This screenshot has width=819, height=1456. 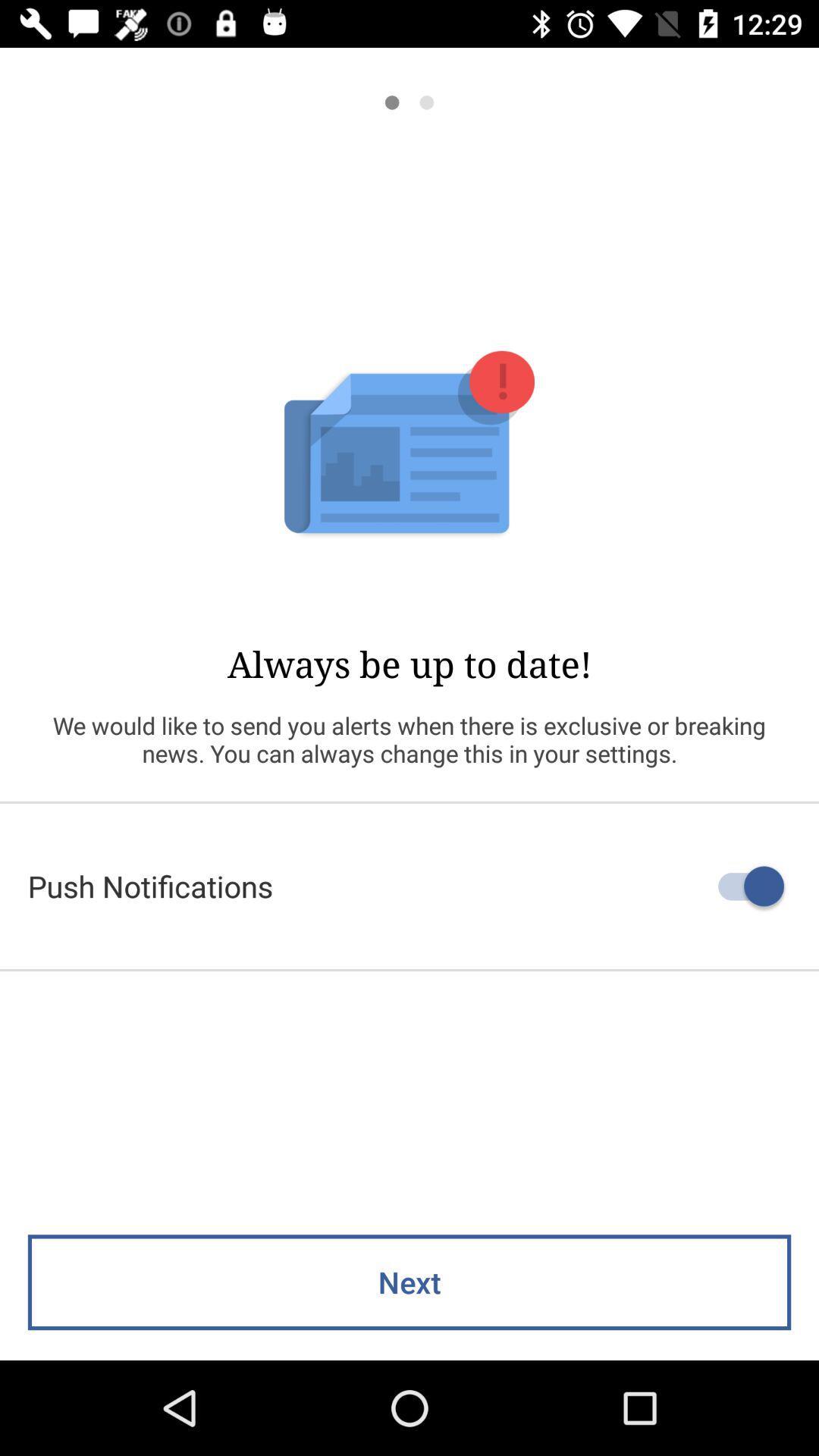 What do you see at coordinates (409, 1282) in the screenshot?
I see `next` at bounding box center [409, 1282].